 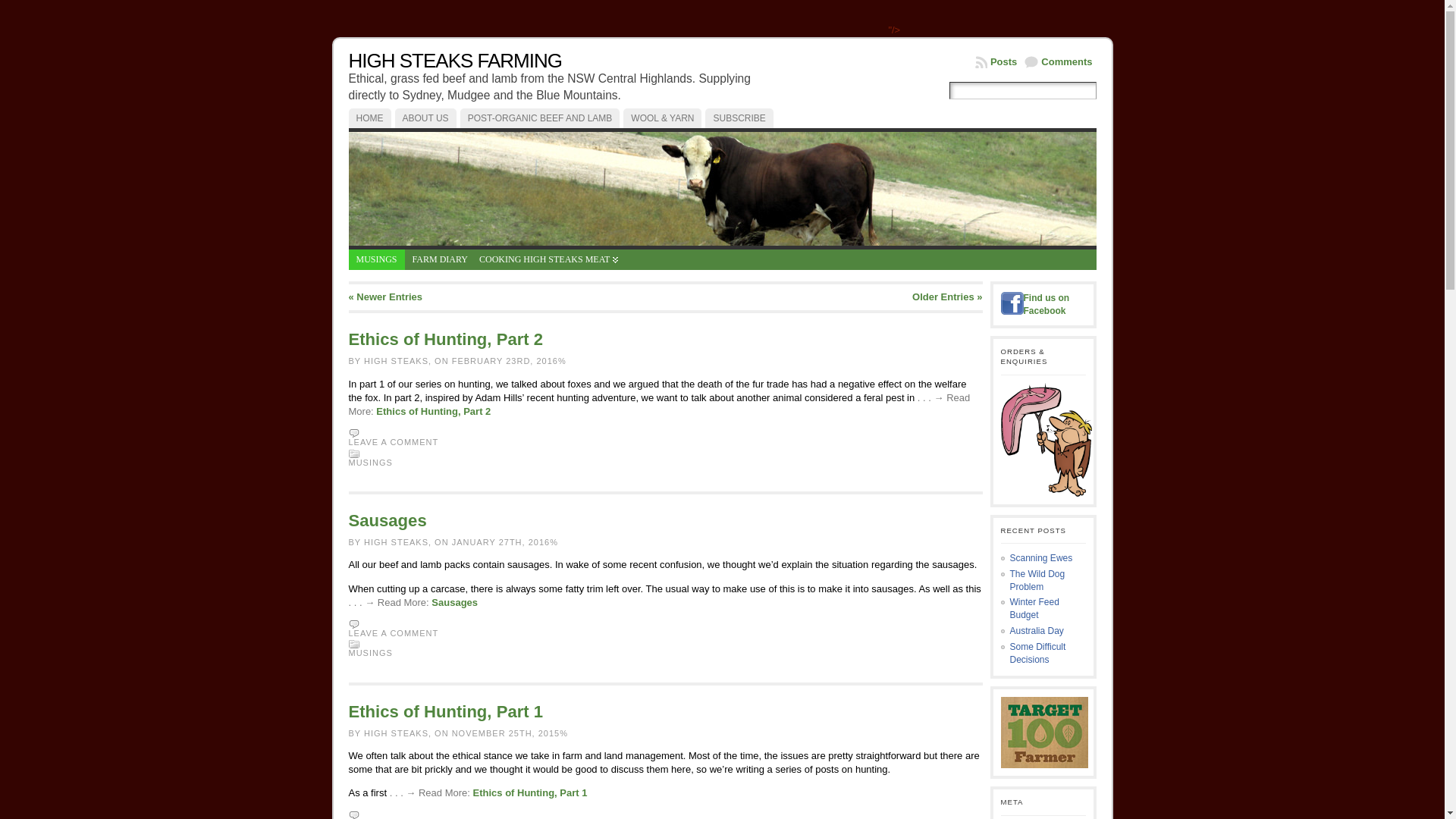 I want to click on 'FARM DIARY', so click(x=439, y=259).